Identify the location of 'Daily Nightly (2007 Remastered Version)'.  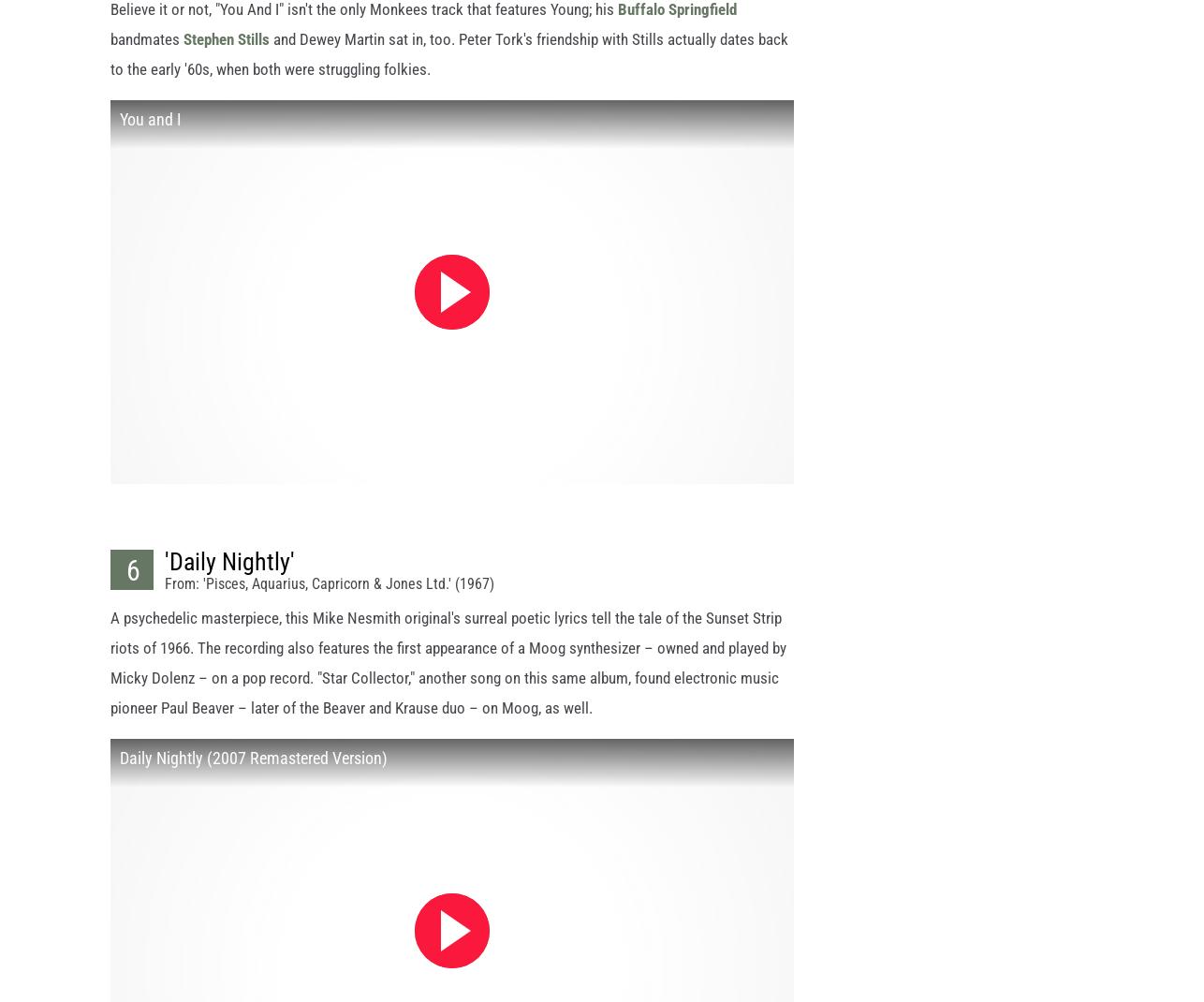
(119, 774).